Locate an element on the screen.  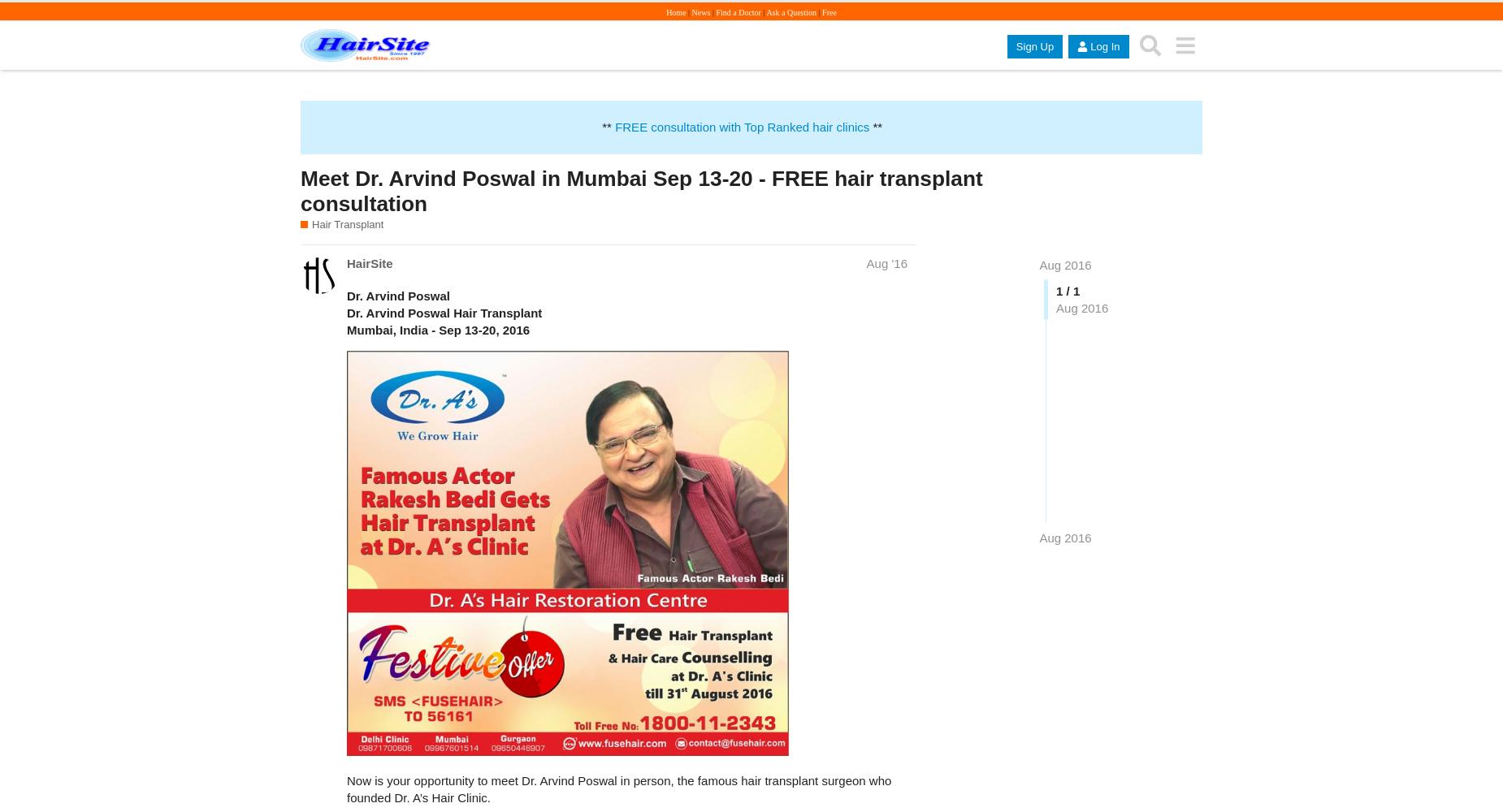
'Log In' is located at coordinates (1103, 46).